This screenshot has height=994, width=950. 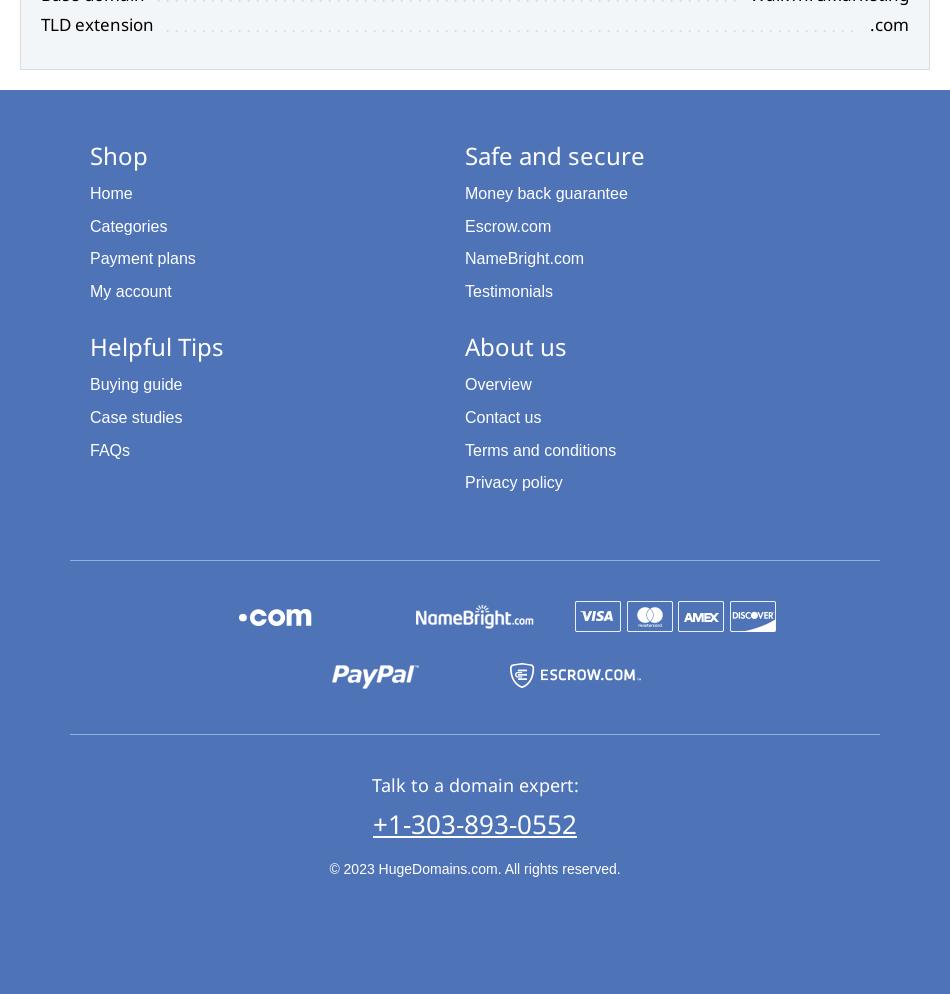 I want to click on 'Talk to a domain expert:', so click(x=473, y=784).